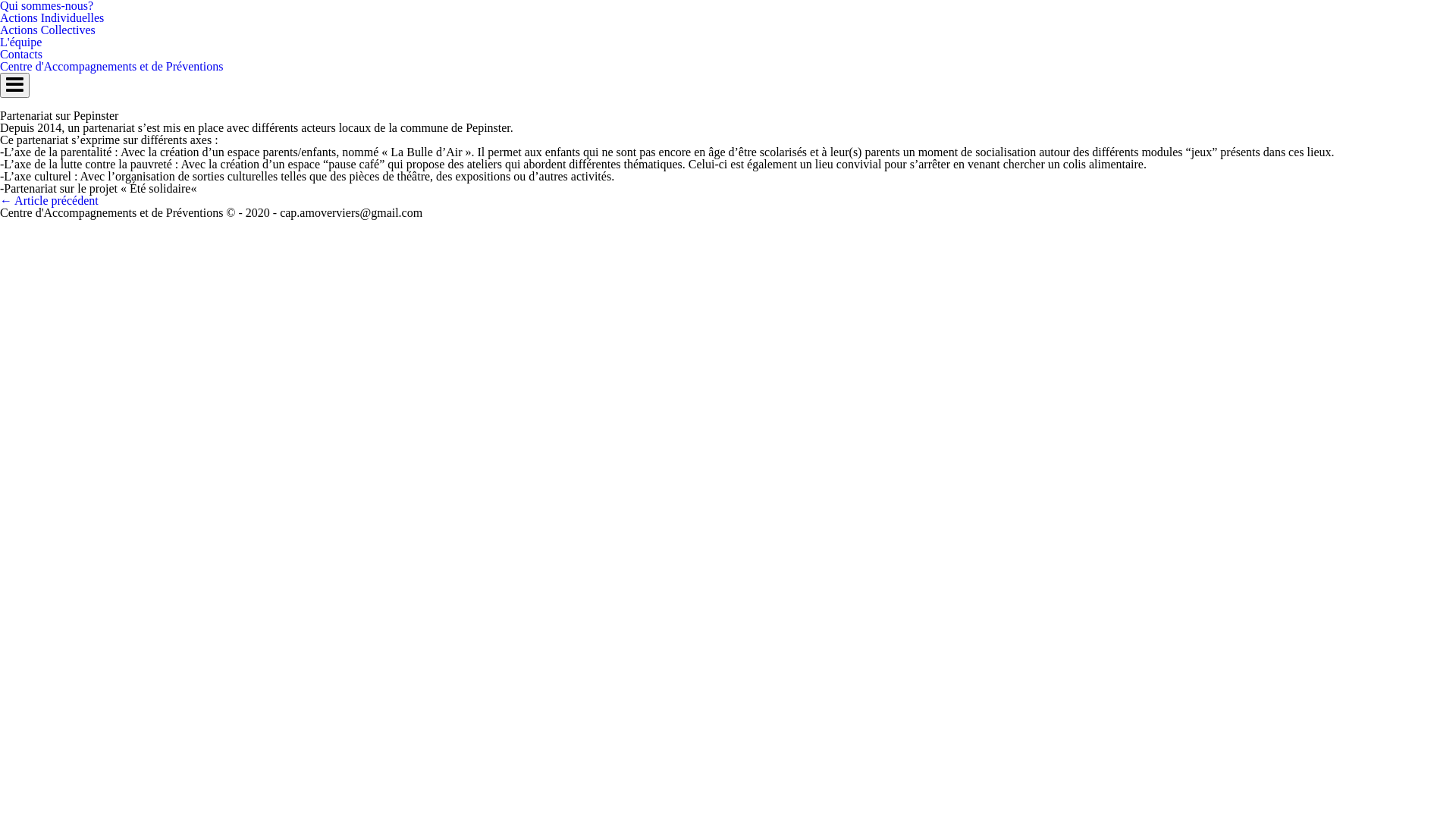  Describe the element at coordinates (21, 53) in the screenshot. I see `'Contacts'` at that location.